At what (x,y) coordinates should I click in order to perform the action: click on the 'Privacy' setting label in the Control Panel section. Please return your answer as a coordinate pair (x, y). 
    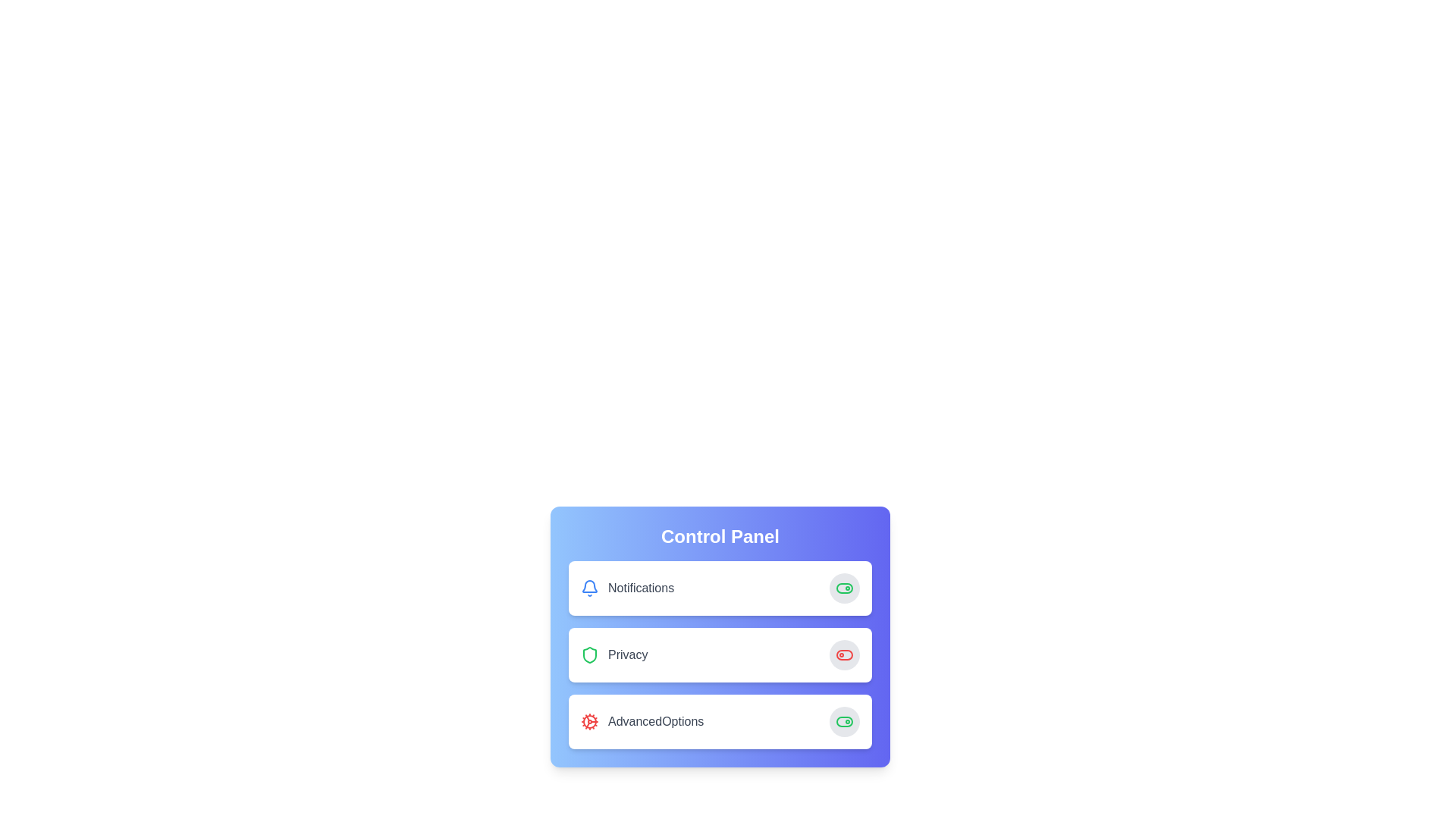
    Looking at the image, I should click on (614, 654).